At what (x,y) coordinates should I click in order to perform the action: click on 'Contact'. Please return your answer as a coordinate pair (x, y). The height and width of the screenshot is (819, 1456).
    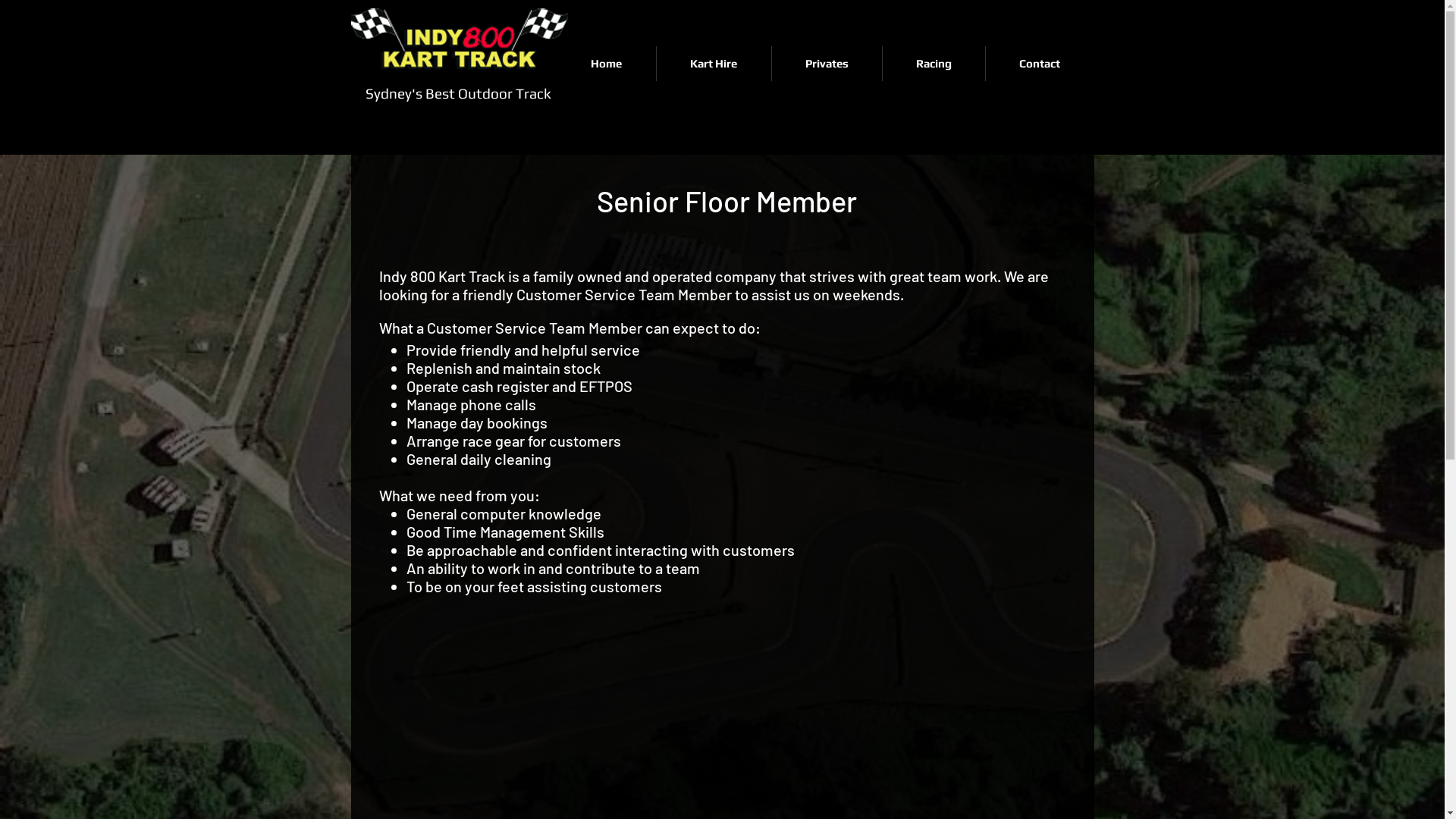
    Looking at the image, I should click on (986, 63).